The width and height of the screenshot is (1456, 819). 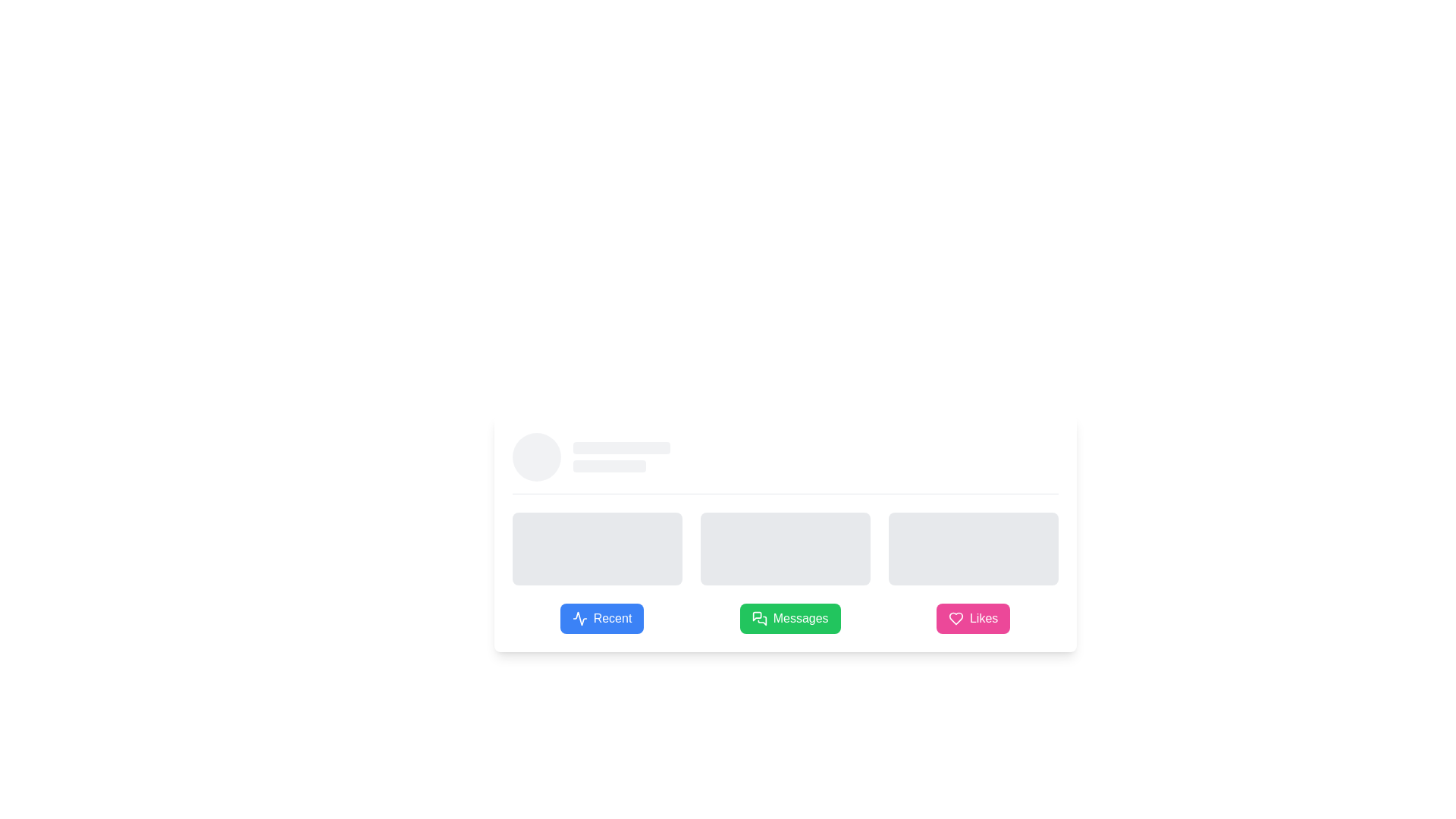 What do you see at coordinates (973, 549) in the screenshot?
I see `the rightmost placeholder in the bottom row of three similar skeleton loaders, indicating a loading or pending state` at bounding box center [973, 549].